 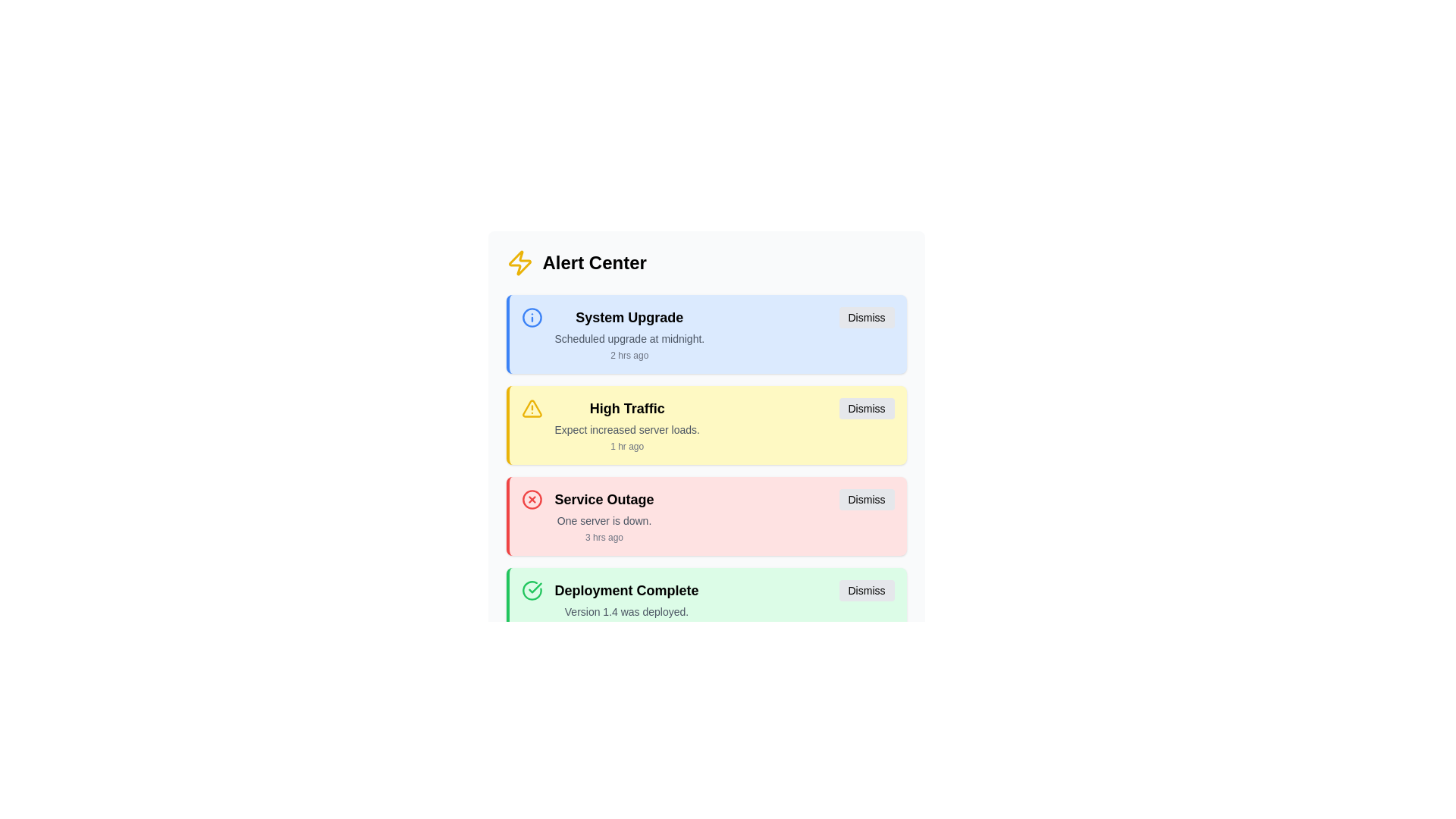 I want to click on the 'Dismiss' button with light gray rounded corners located at the top-right corner of the 'System Upgrade' notification card, so click(x=866, y=317).